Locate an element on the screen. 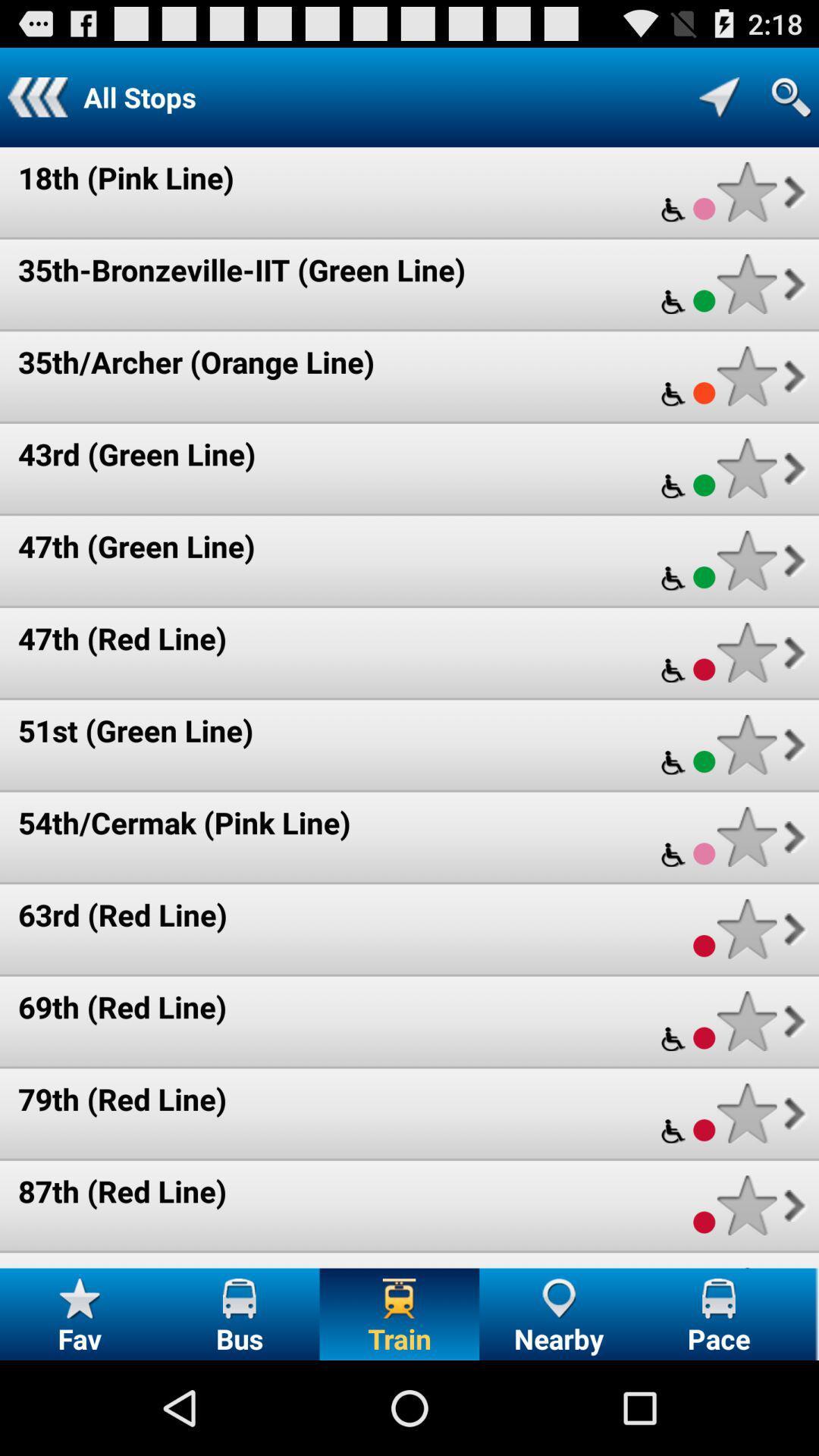  the navigation icon is located at coordinates (718, 103).